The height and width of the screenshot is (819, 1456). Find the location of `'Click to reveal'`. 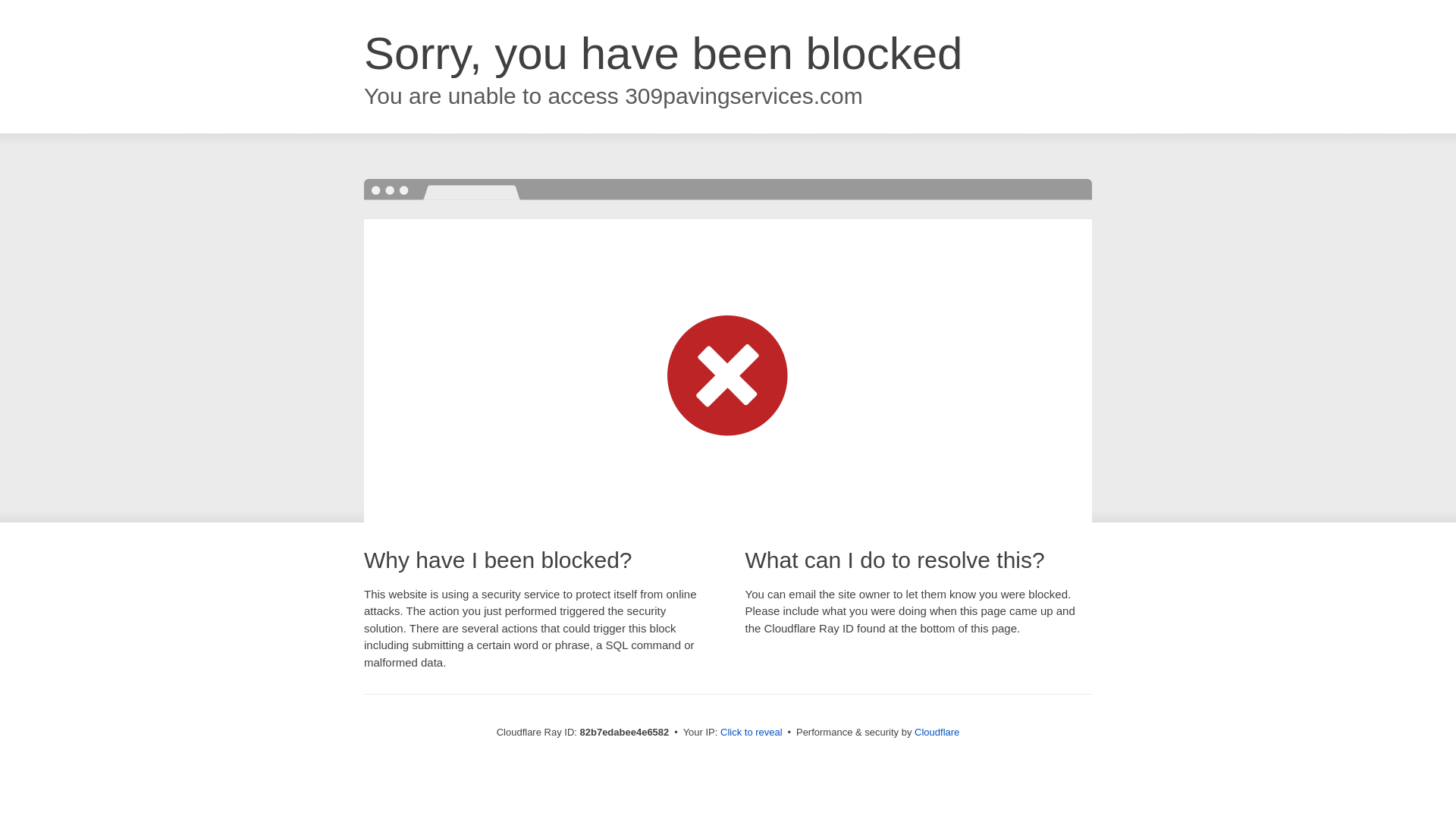

'Click to reveal' is located at coordinates (751, 731).